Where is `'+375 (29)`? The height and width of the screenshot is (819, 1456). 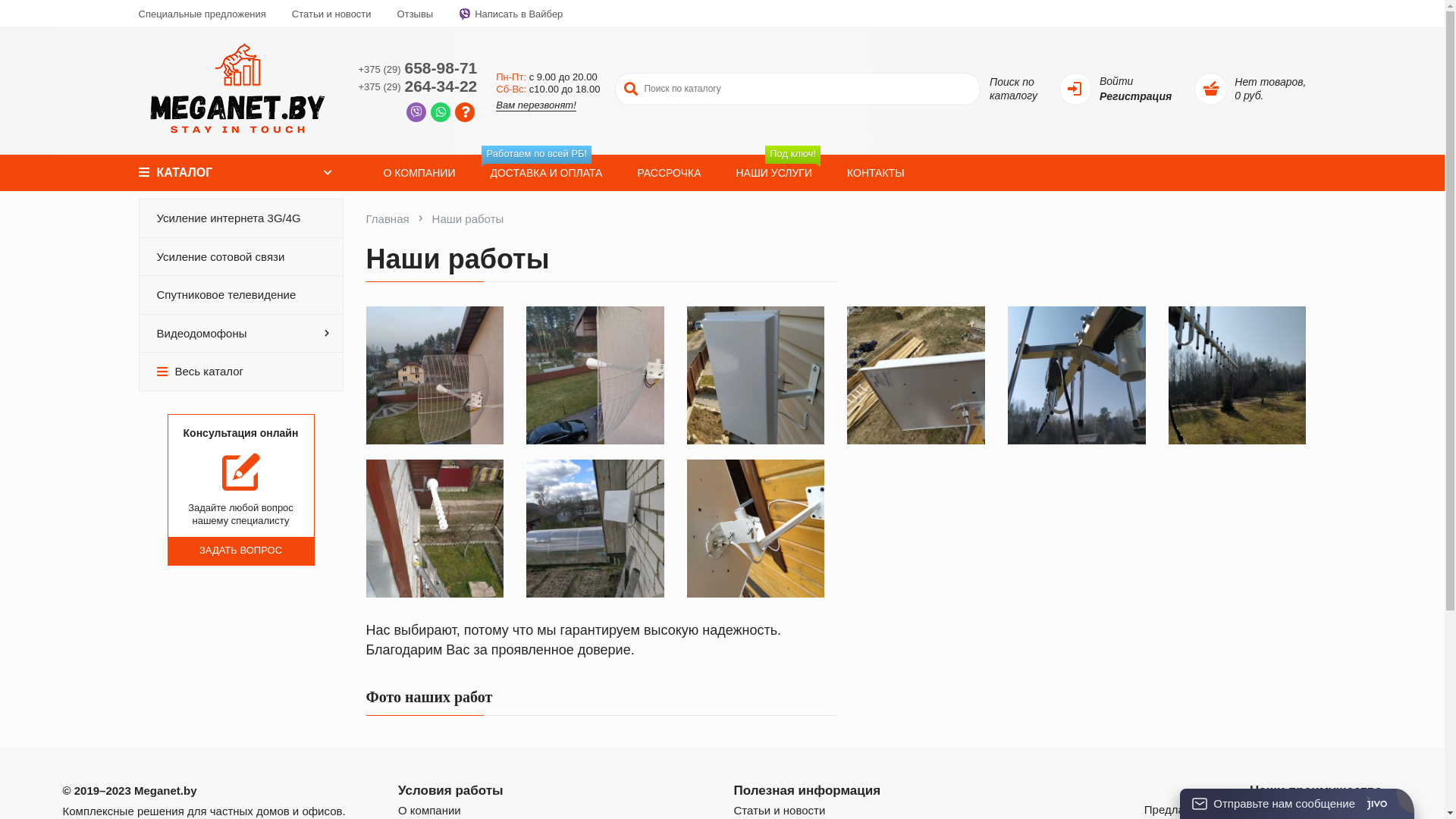 '+375 (29) is located at coordinates (417, 86).